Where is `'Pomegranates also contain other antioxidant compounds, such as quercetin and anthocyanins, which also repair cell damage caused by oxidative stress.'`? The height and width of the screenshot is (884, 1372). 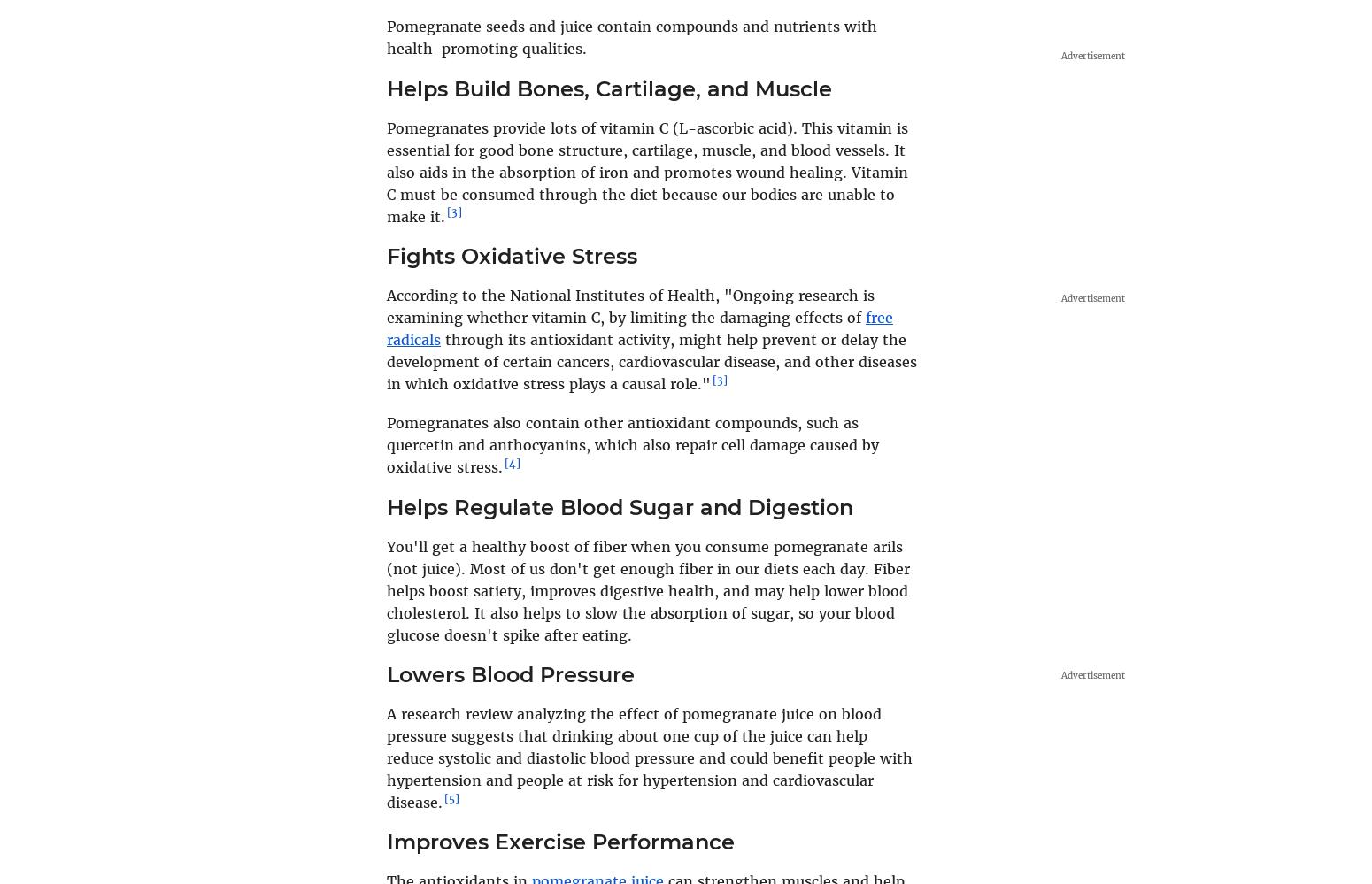
'Pomegranates also contain other antioxidant compounds, such as quercetin and anthocyanins, which also repair cell damage caused by oxidative stress.' is located at coordinates (633, 443).